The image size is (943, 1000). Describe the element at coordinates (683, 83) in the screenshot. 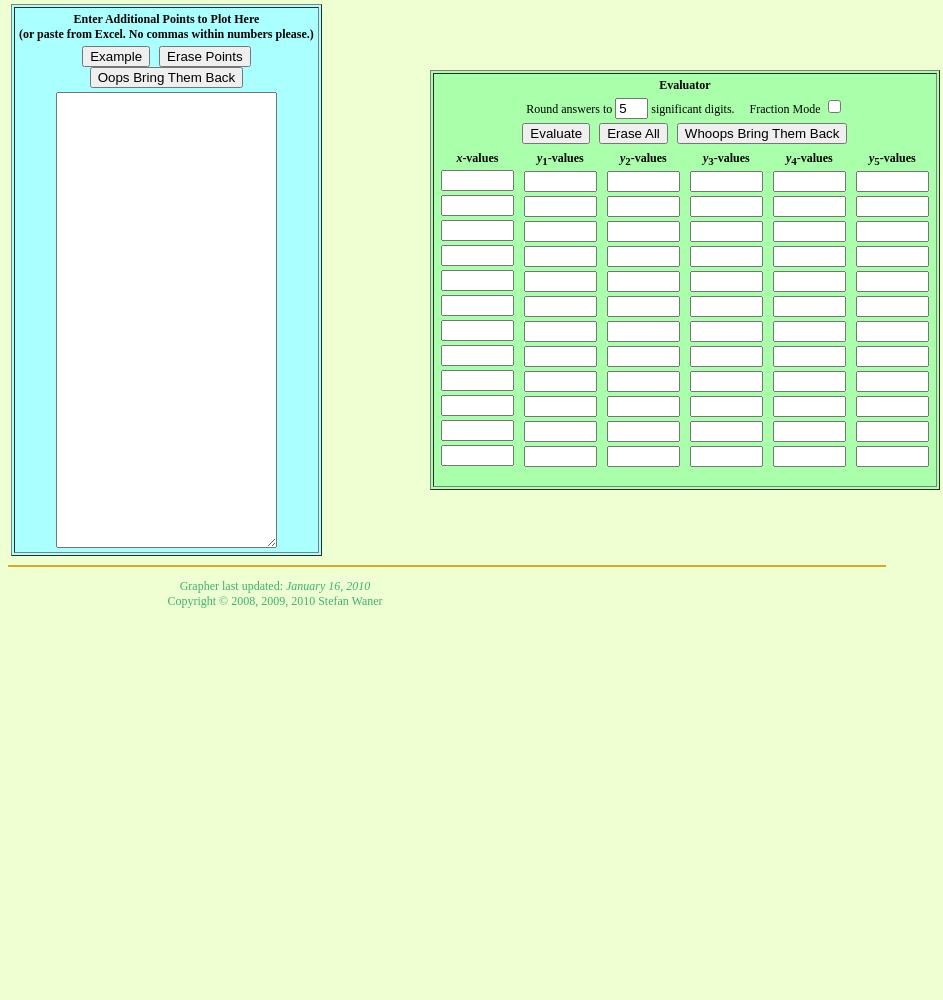

I see `'Evaluator'` at that location.